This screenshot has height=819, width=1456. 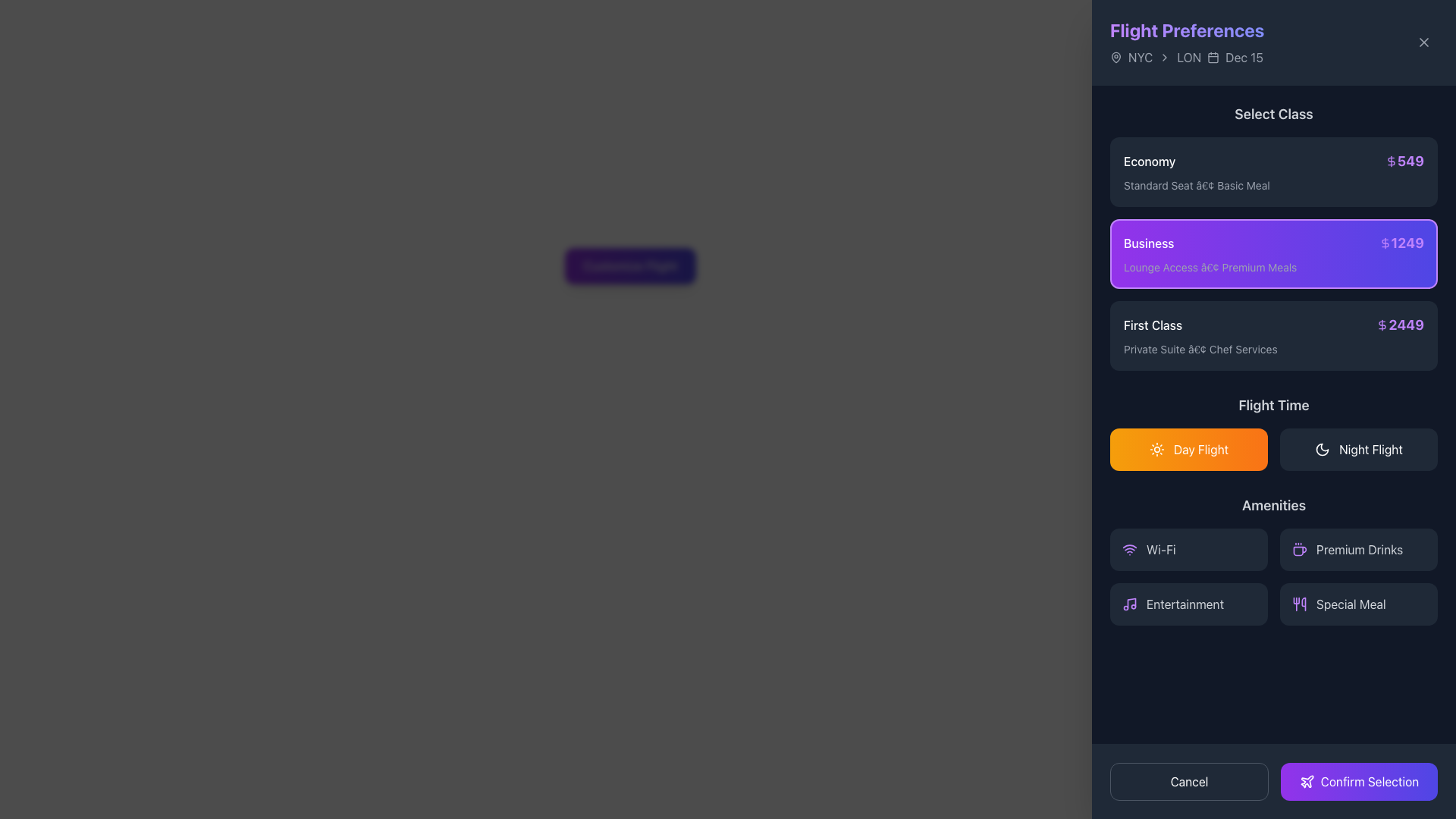 What do you see at coordinates (1404, 161) in the screenshot?
I see `the price display element for the 'Economy' class option in the flight selection menu, located within the 'Economy' section` at bounding box center [1404, 161].